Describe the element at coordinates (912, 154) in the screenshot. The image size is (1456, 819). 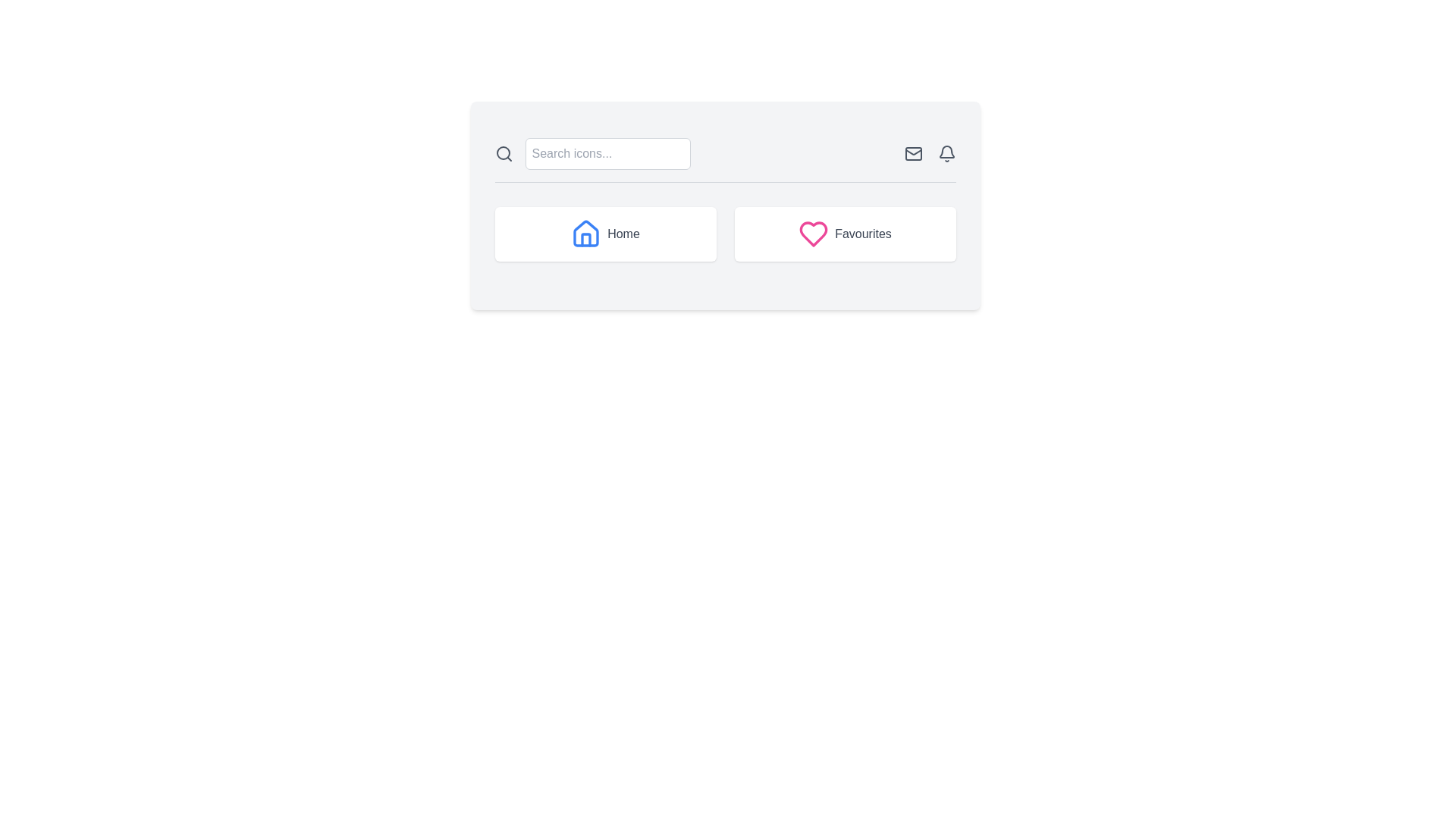
I see `the primary rectangle portion of the envelope icon in the navigation bar, located between the search bar and the bell notification icon` at that location.